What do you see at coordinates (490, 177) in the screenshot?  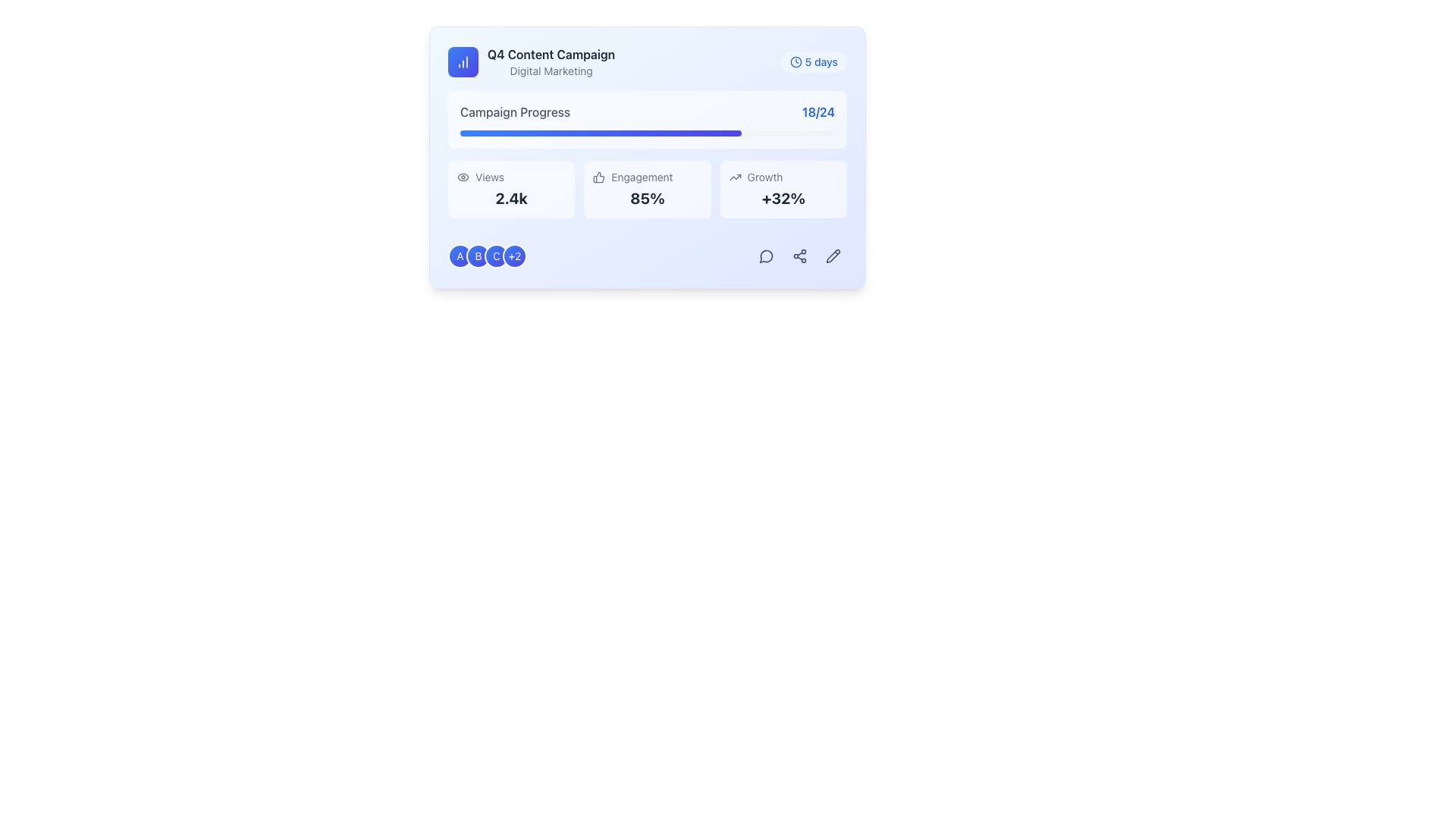 I see `the static label displaying the word 'Views' in a small gray font, positioned above a numerical value in a grid-like area` at bounding box center [490, 177].